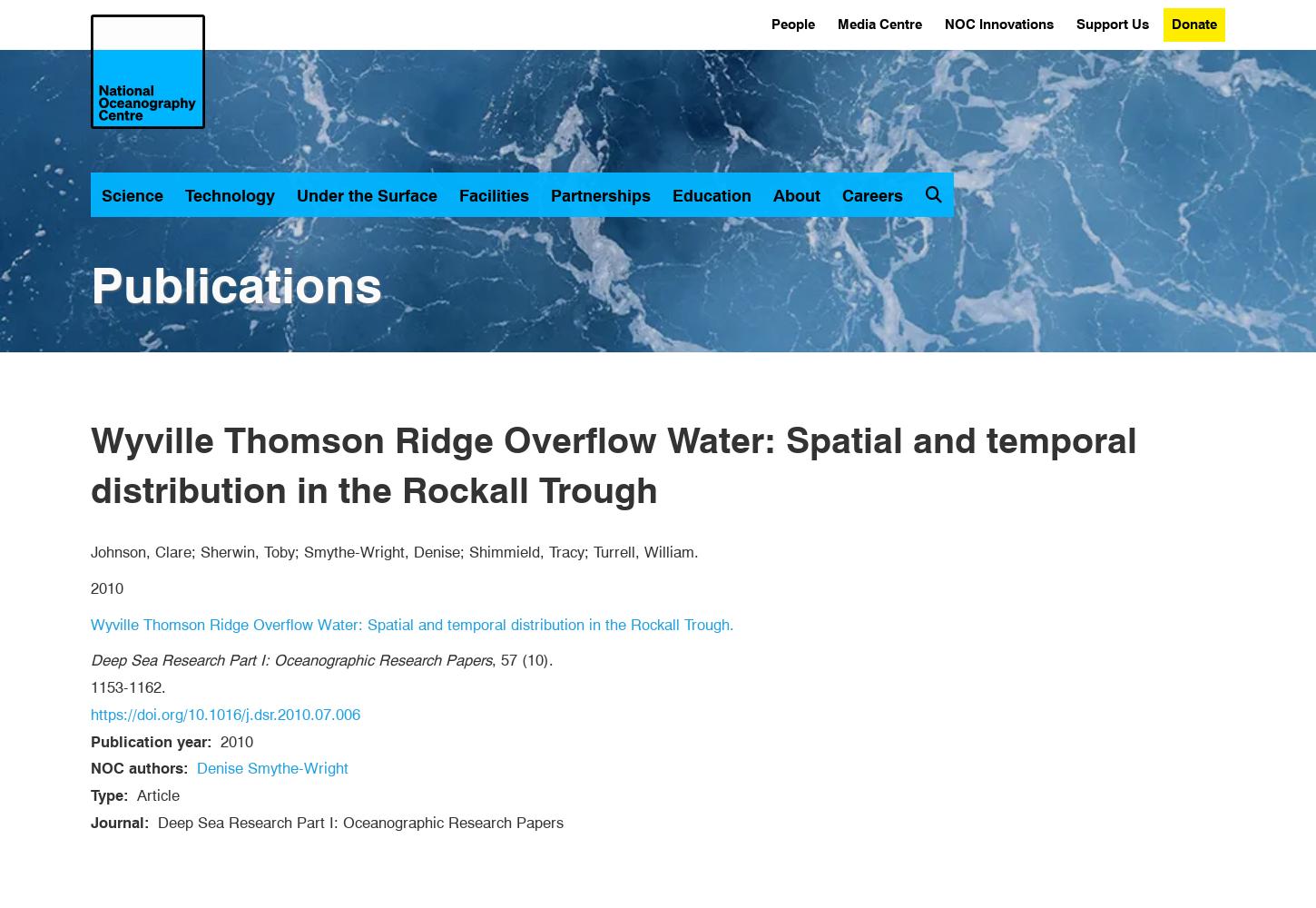  What do you see at coordinates (225, 714) in the screenshot?
I see `'https://doi.org/10.1016/j.dsr.2010.07.006'` at bounding box center [225, 714].